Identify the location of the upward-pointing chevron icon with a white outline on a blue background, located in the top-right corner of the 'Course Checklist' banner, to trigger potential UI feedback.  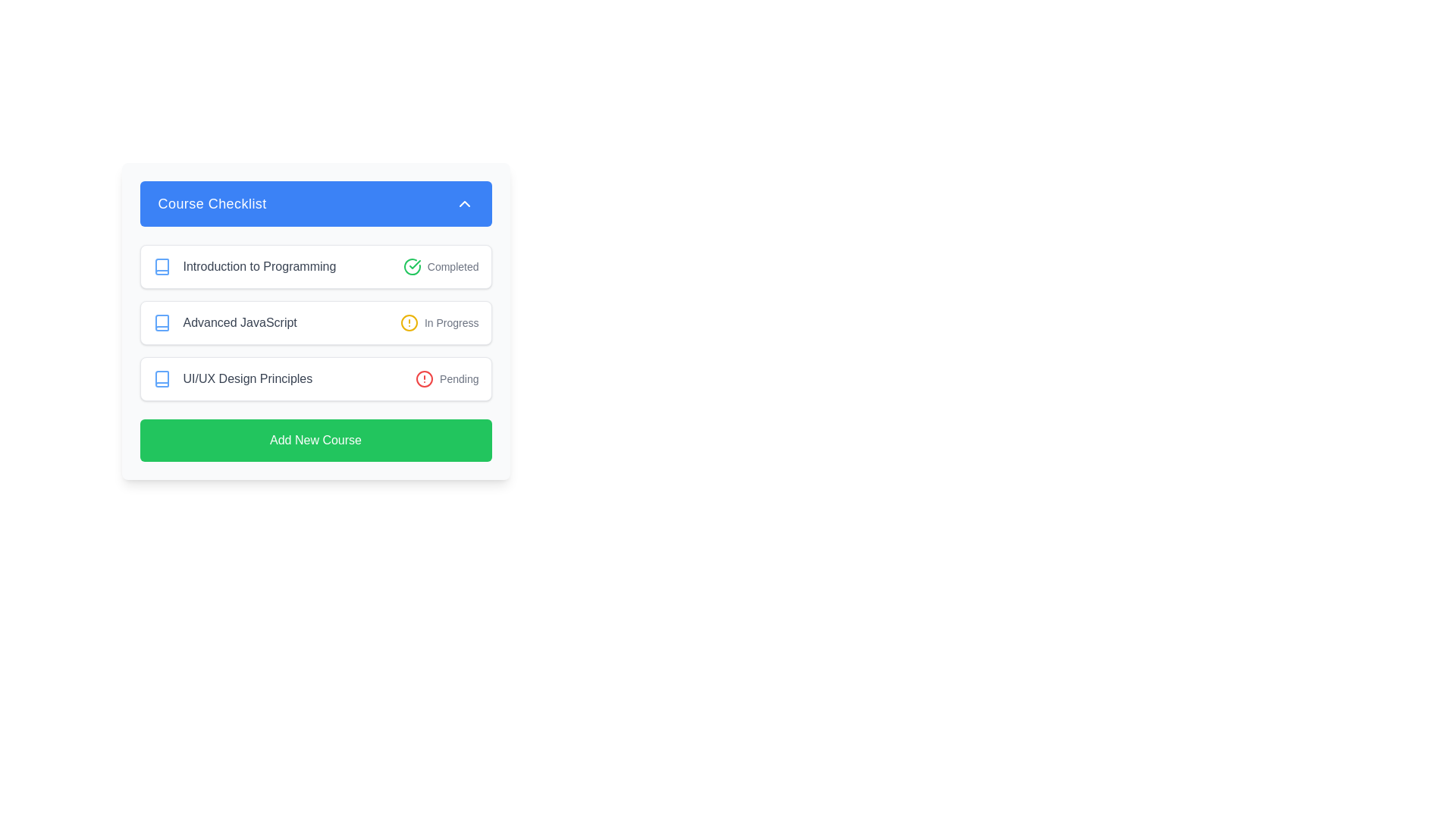
(463, 203).